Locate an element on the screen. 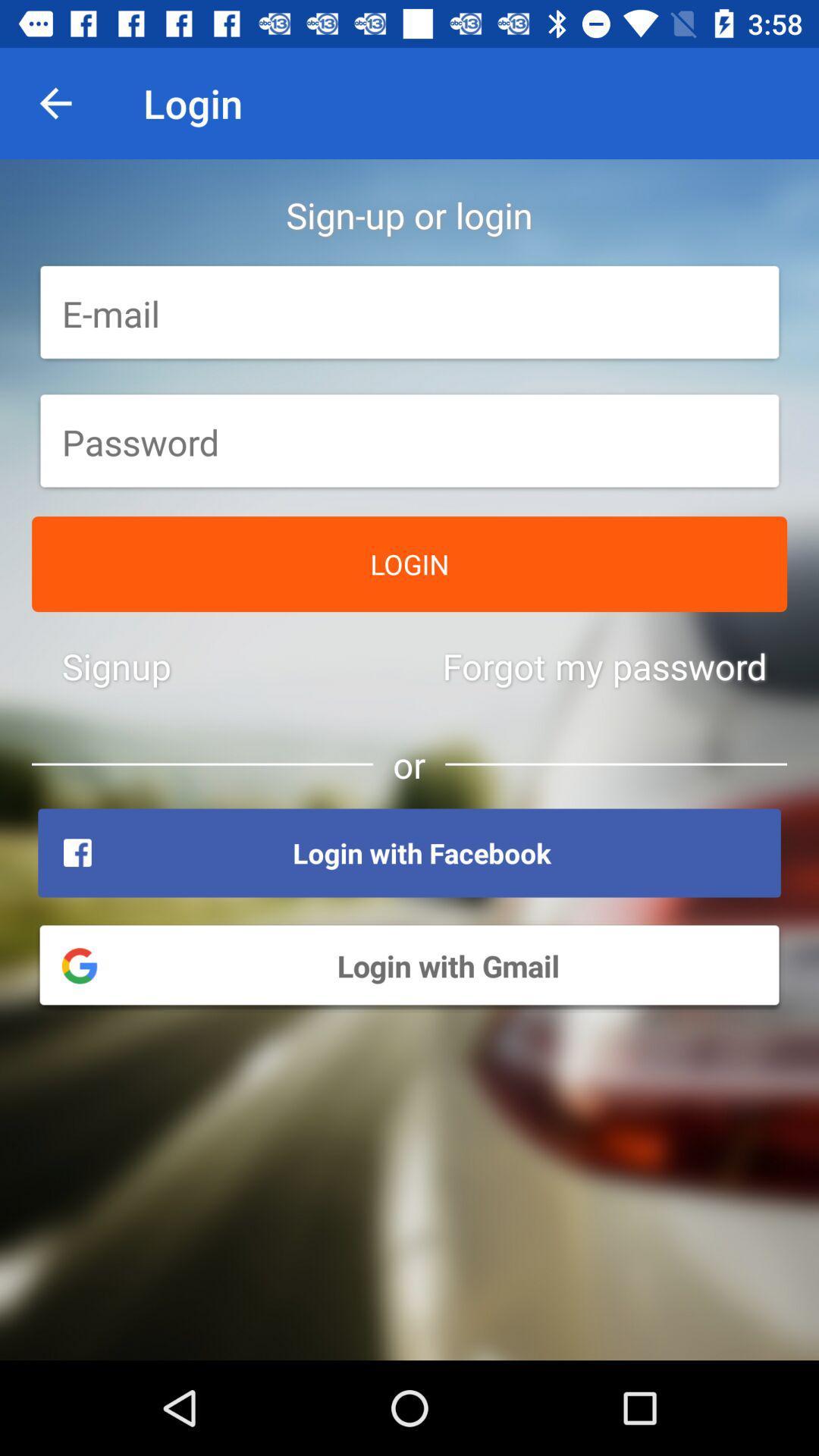 The image size is (819, 1456). icon to the left of the forgot my password is located at coordinates (115, 666).